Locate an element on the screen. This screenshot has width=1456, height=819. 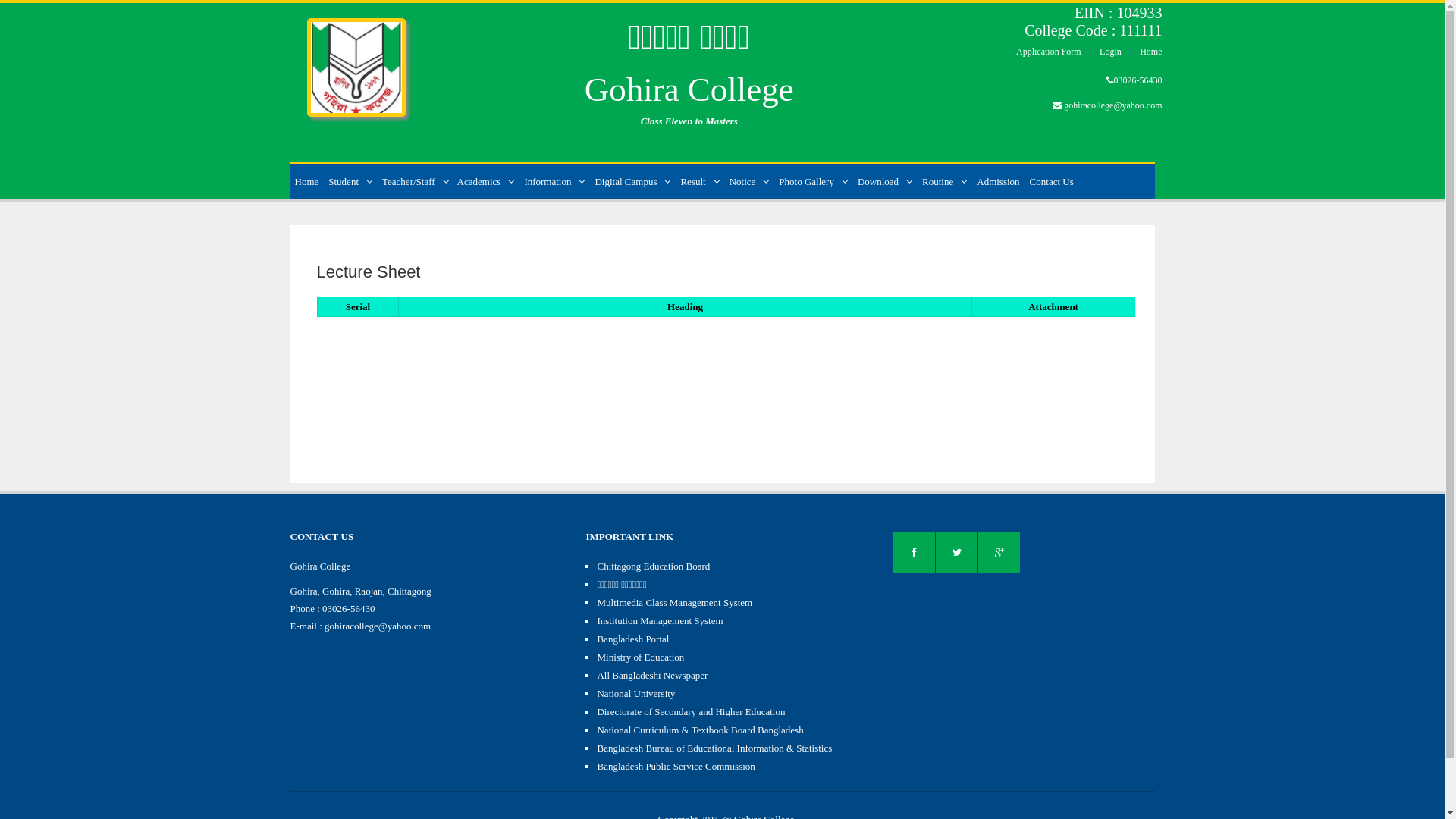
'Digital Campus' is located at coordinates (632, 180).